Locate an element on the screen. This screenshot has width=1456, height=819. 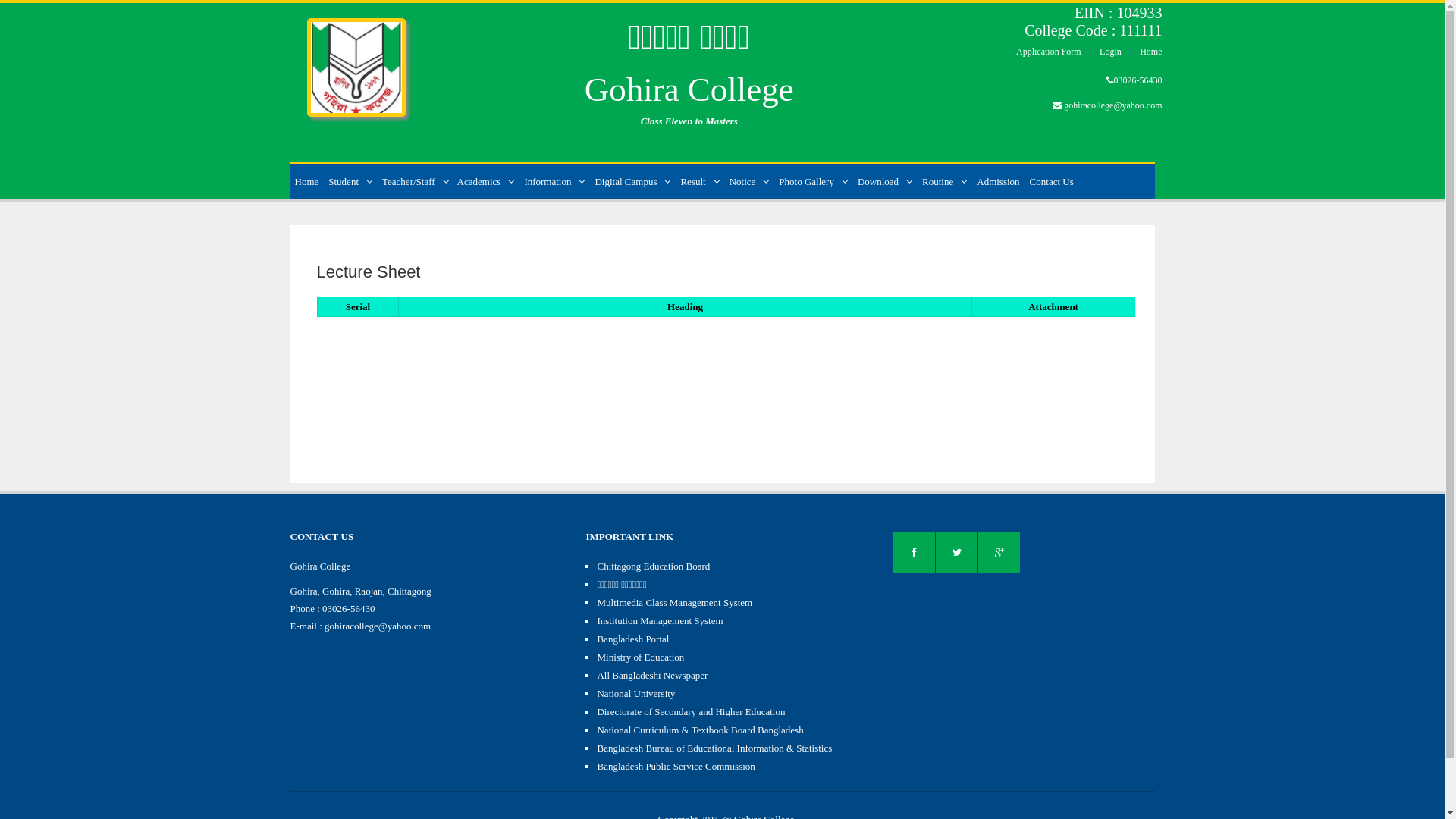
'Digital Campus' is located at coordinates (632, 180).